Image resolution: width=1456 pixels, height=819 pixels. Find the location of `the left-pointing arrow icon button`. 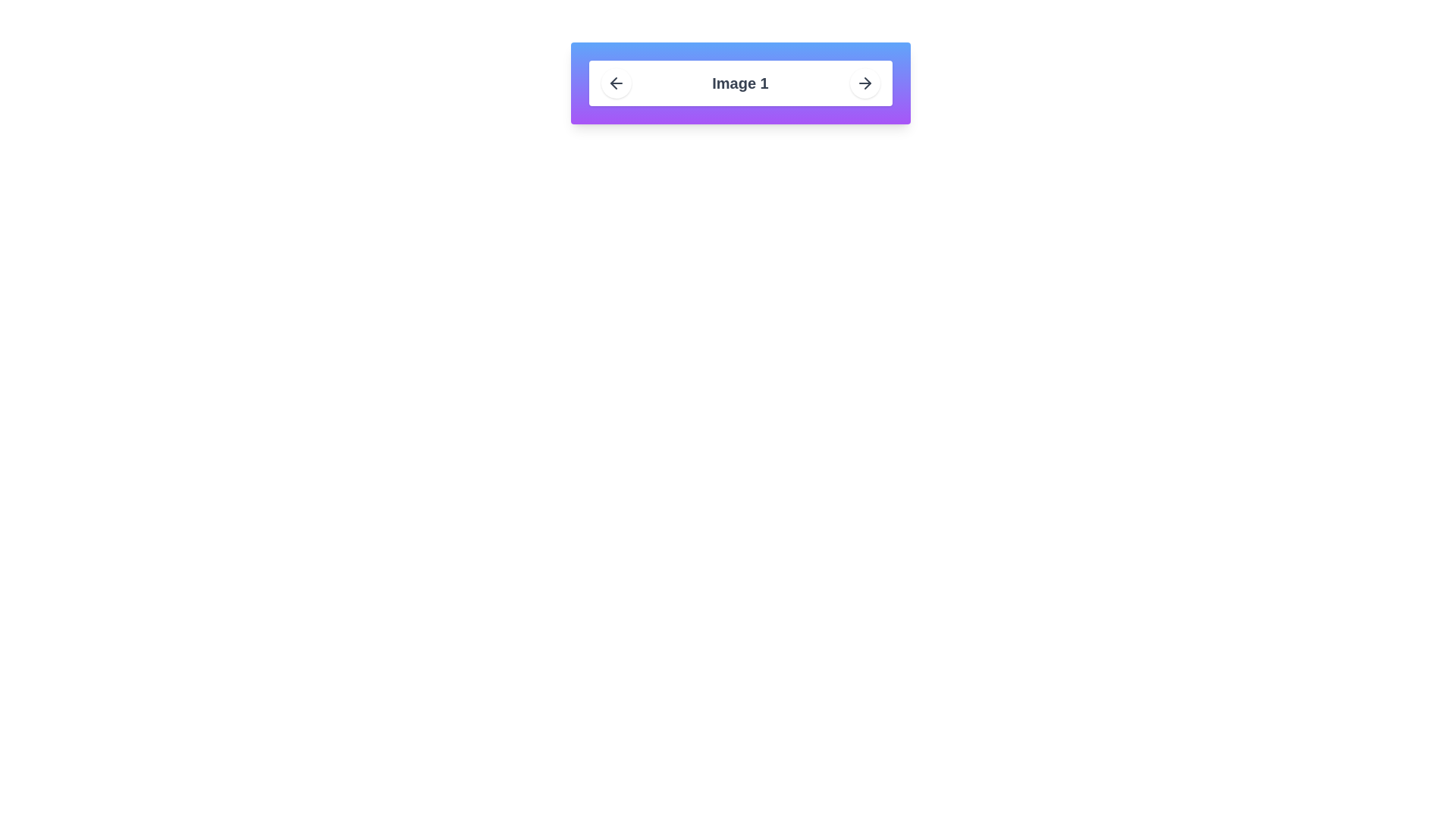

the left-pointing arrow icon button is located at coordinates (616, 83).